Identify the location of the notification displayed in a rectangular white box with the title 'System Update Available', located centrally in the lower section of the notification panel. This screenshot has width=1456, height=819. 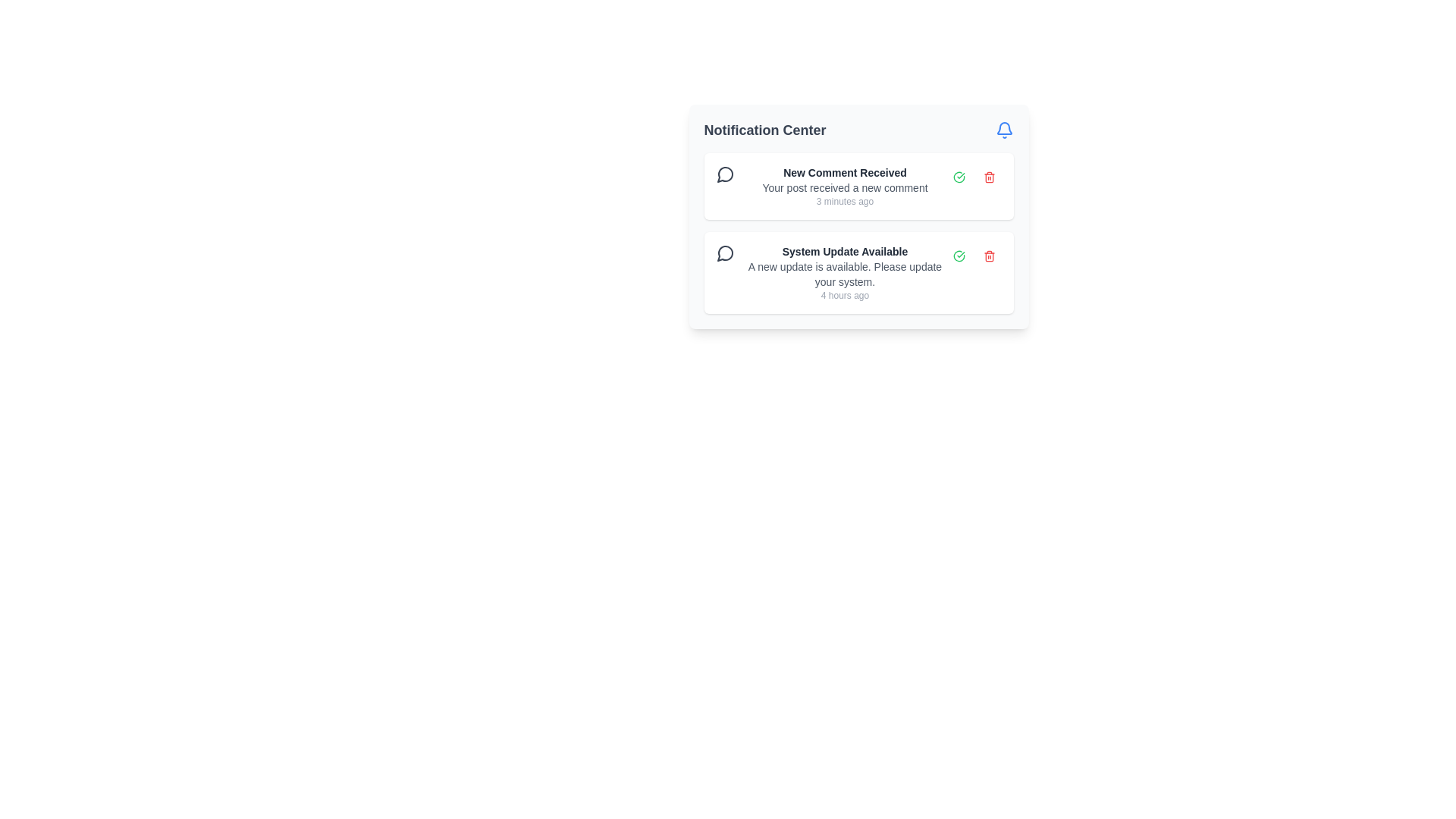
(844, 271).